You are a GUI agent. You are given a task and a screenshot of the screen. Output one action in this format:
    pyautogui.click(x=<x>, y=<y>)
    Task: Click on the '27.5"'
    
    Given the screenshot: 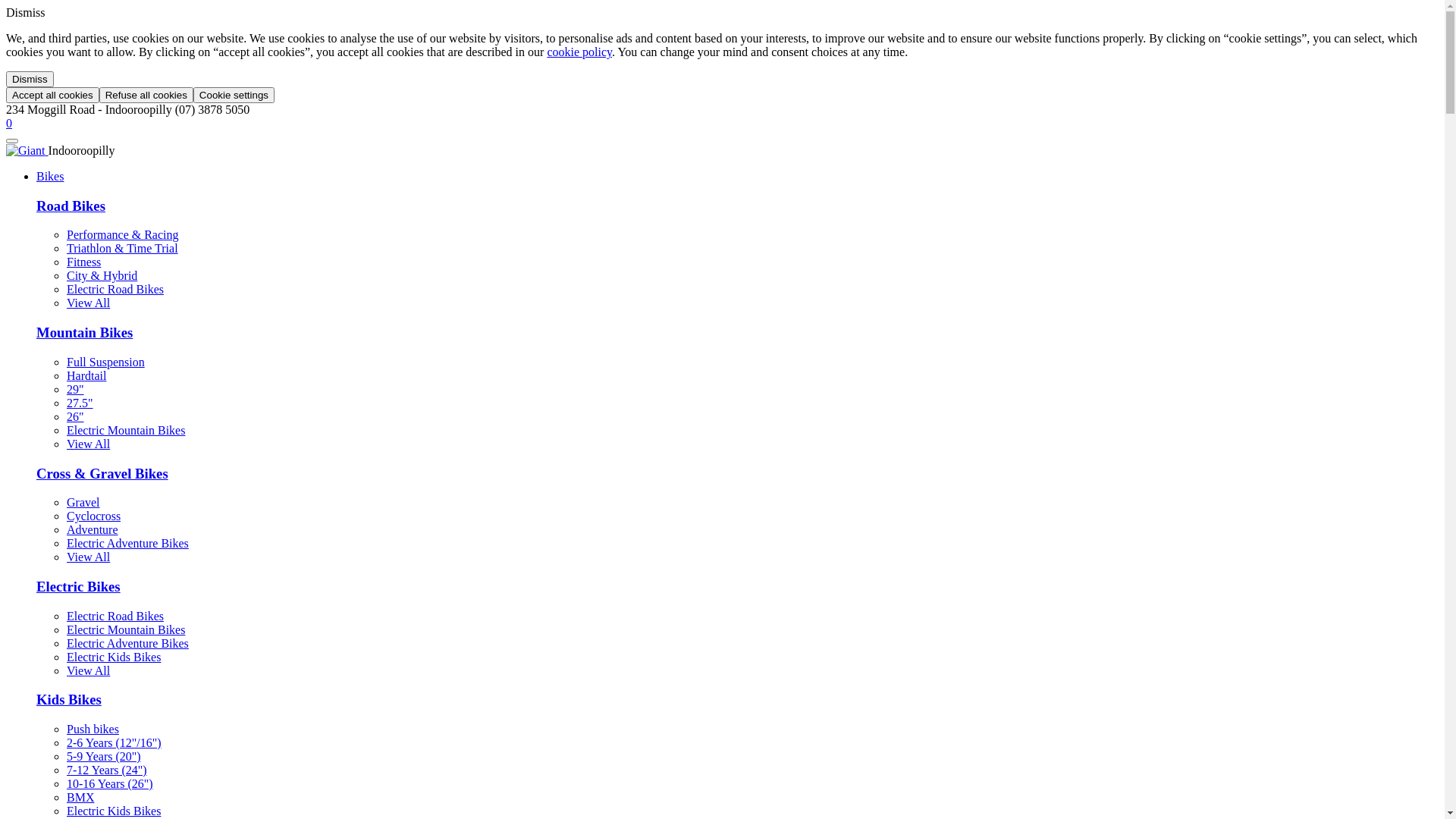 What is the action you would take?
    pyautogui.click(x=79, y=402)
    